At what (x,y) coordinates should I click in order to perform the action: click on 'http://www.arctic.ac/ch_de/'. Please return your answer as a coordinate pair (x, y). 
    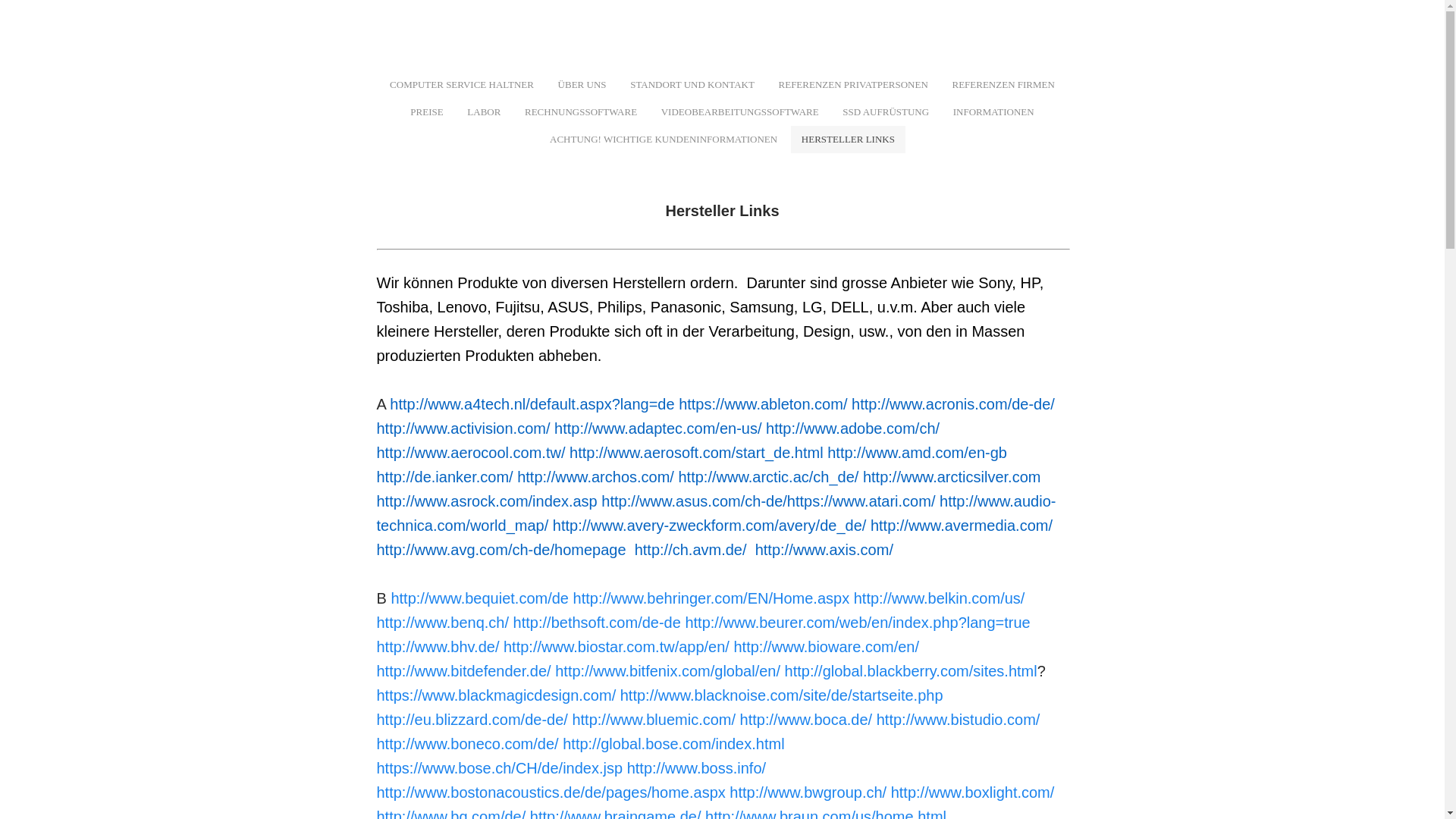
    Looking at the image, I should click on (767, 475).